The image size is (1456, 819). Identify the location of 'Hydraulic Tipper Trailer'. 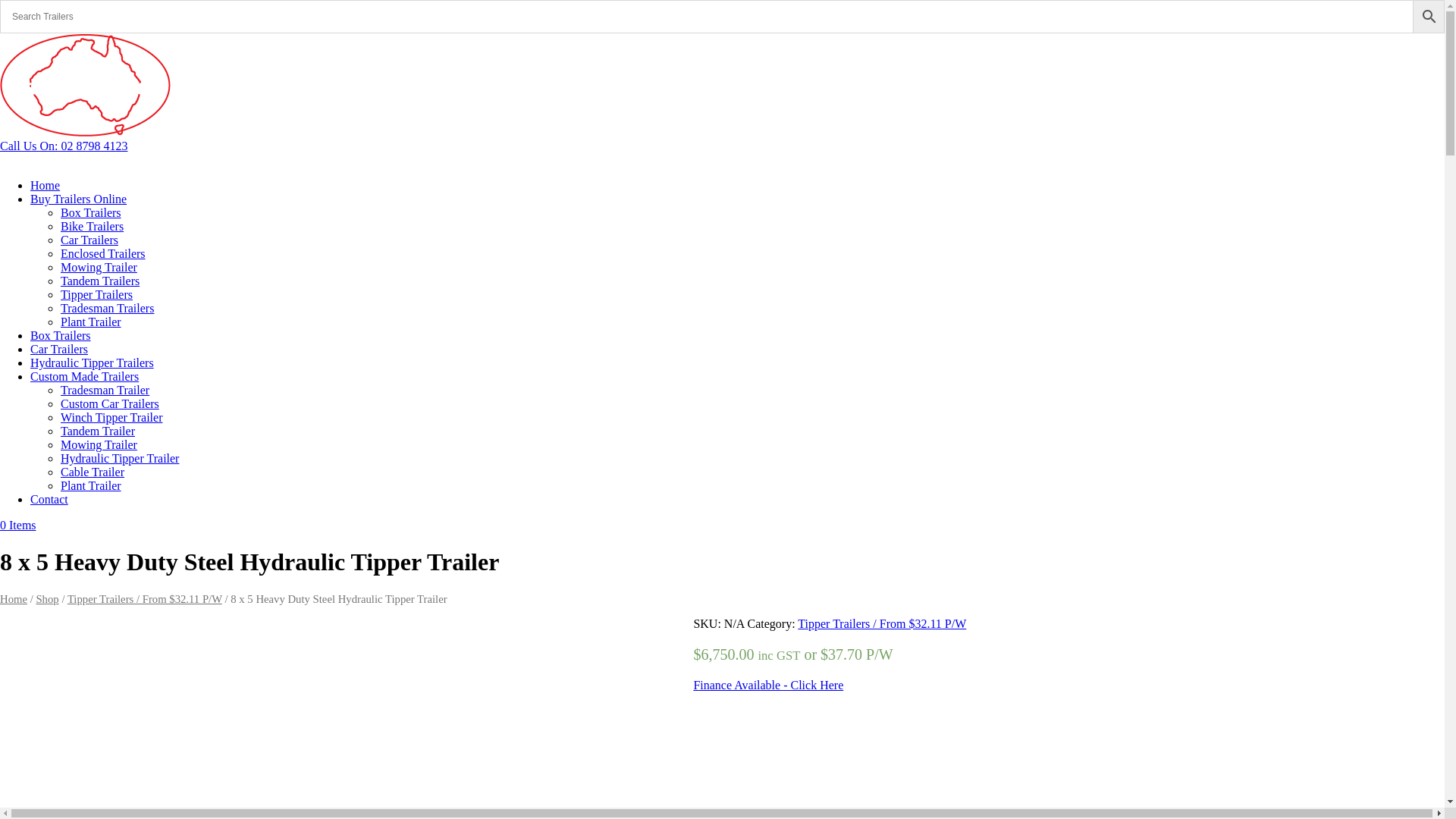
(119, 457).